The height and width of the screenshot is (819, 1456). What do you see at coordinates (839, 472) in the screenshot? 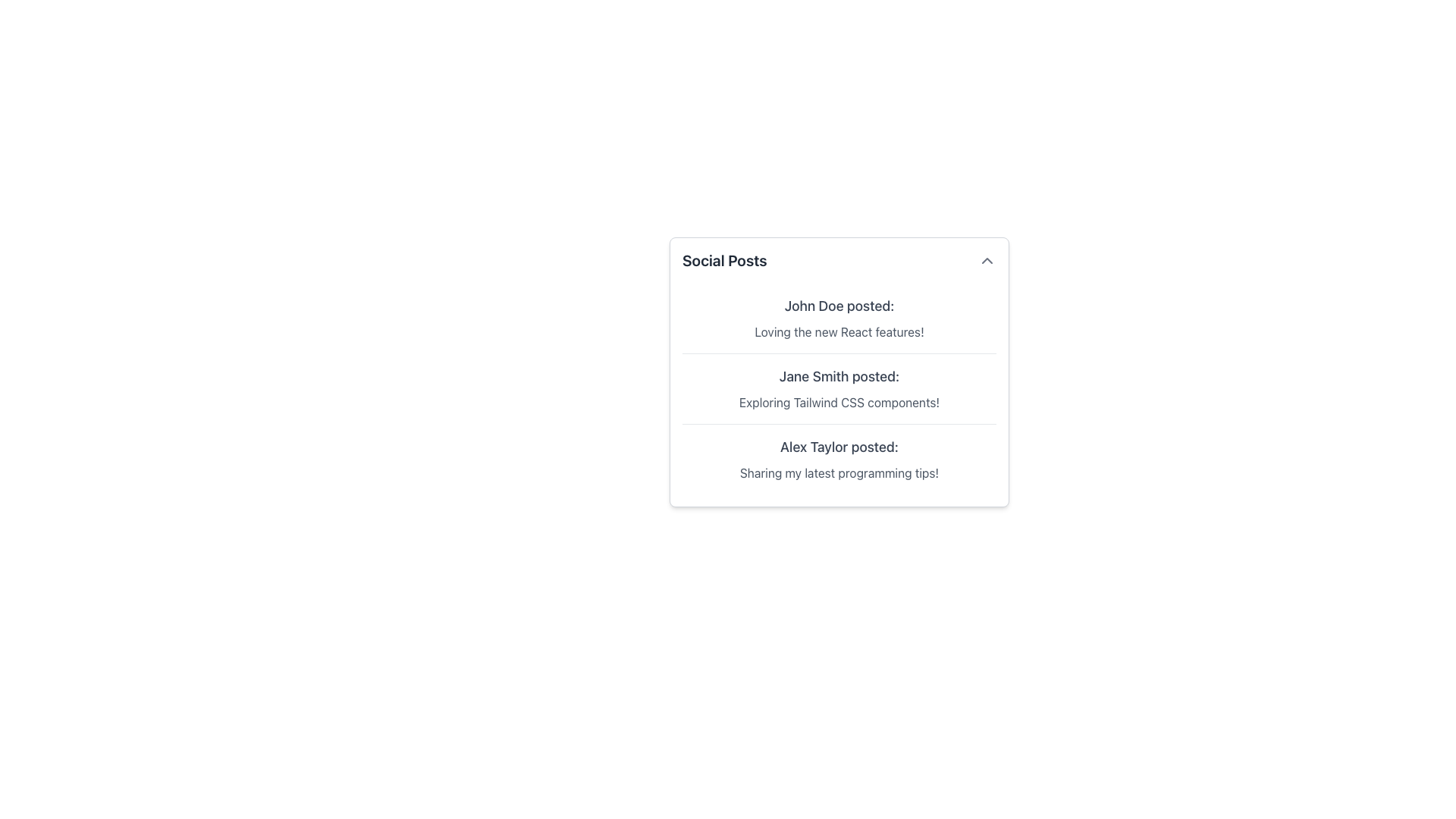
I see `the static text that provides details about what the user has shared, located directly beneath the bold text 'Alex Taylor posted:'` at bounding box center [839, 472].